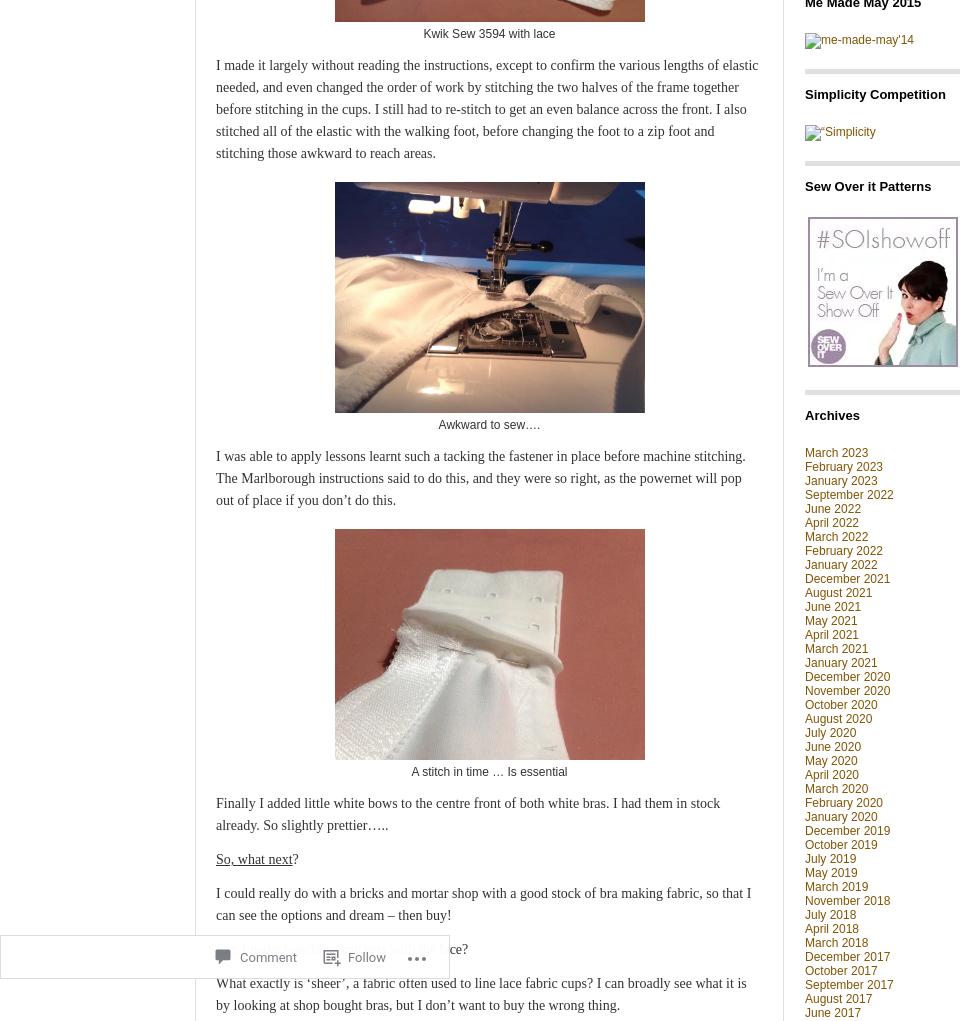 Image resolution: width=980 pixels, height=1021 pixels. I want to click on 'September 2022', so click(848, 492).